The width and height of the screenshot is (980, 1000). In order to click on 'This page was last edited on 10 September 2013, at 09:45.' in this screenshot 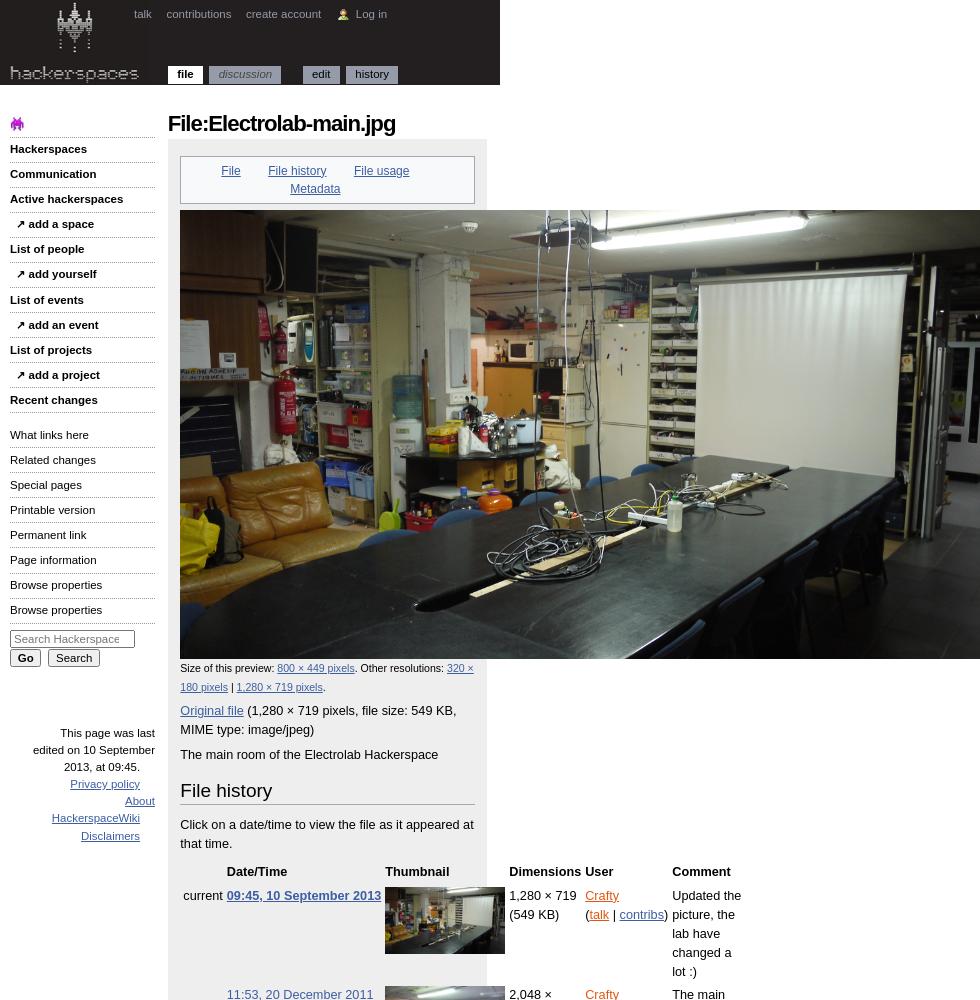, I will do `click(93, 748)`.